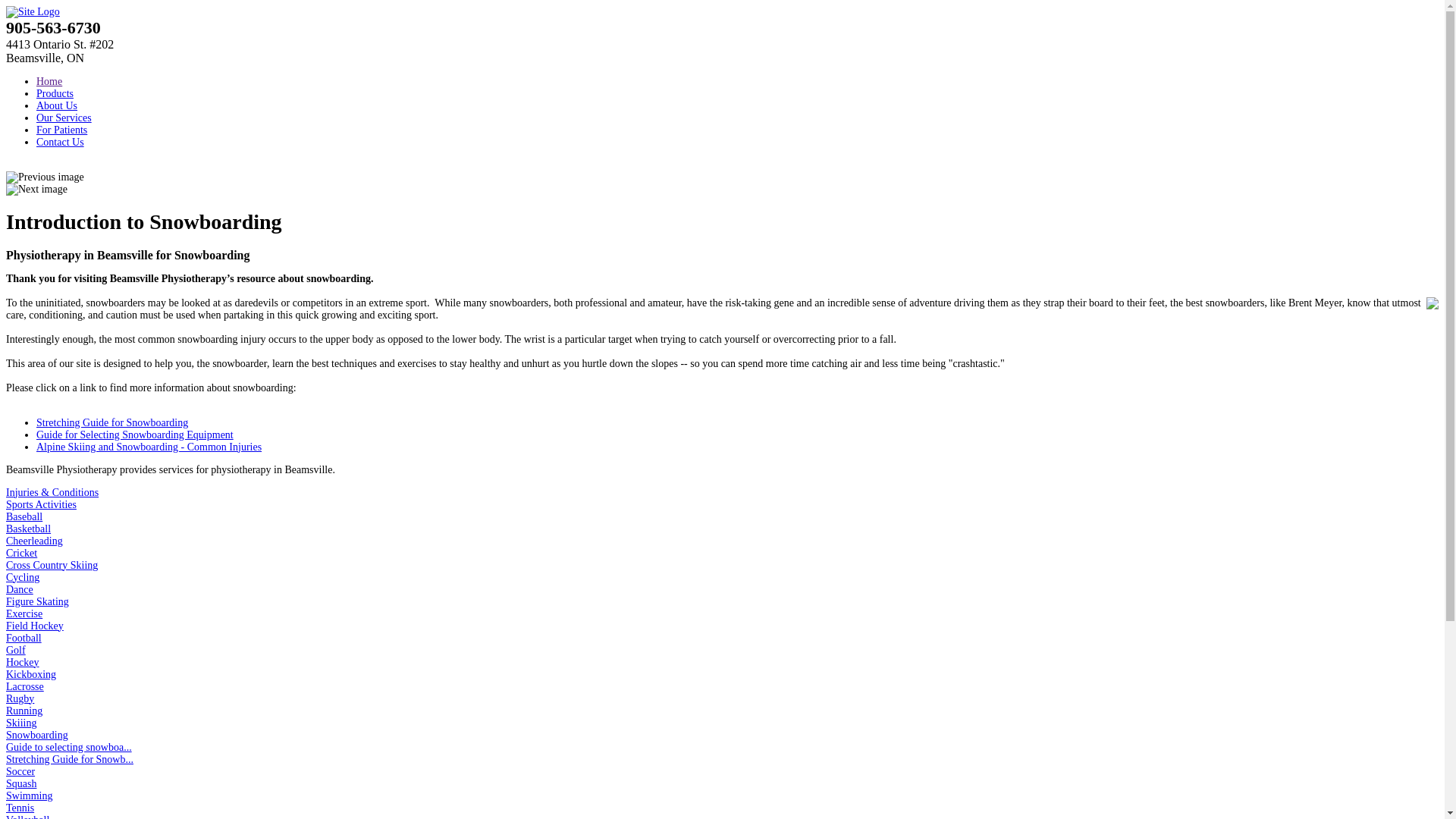 The width and height of the screenshot is (1456, 819). I want to click on 'For Patients', so click(61, 129).